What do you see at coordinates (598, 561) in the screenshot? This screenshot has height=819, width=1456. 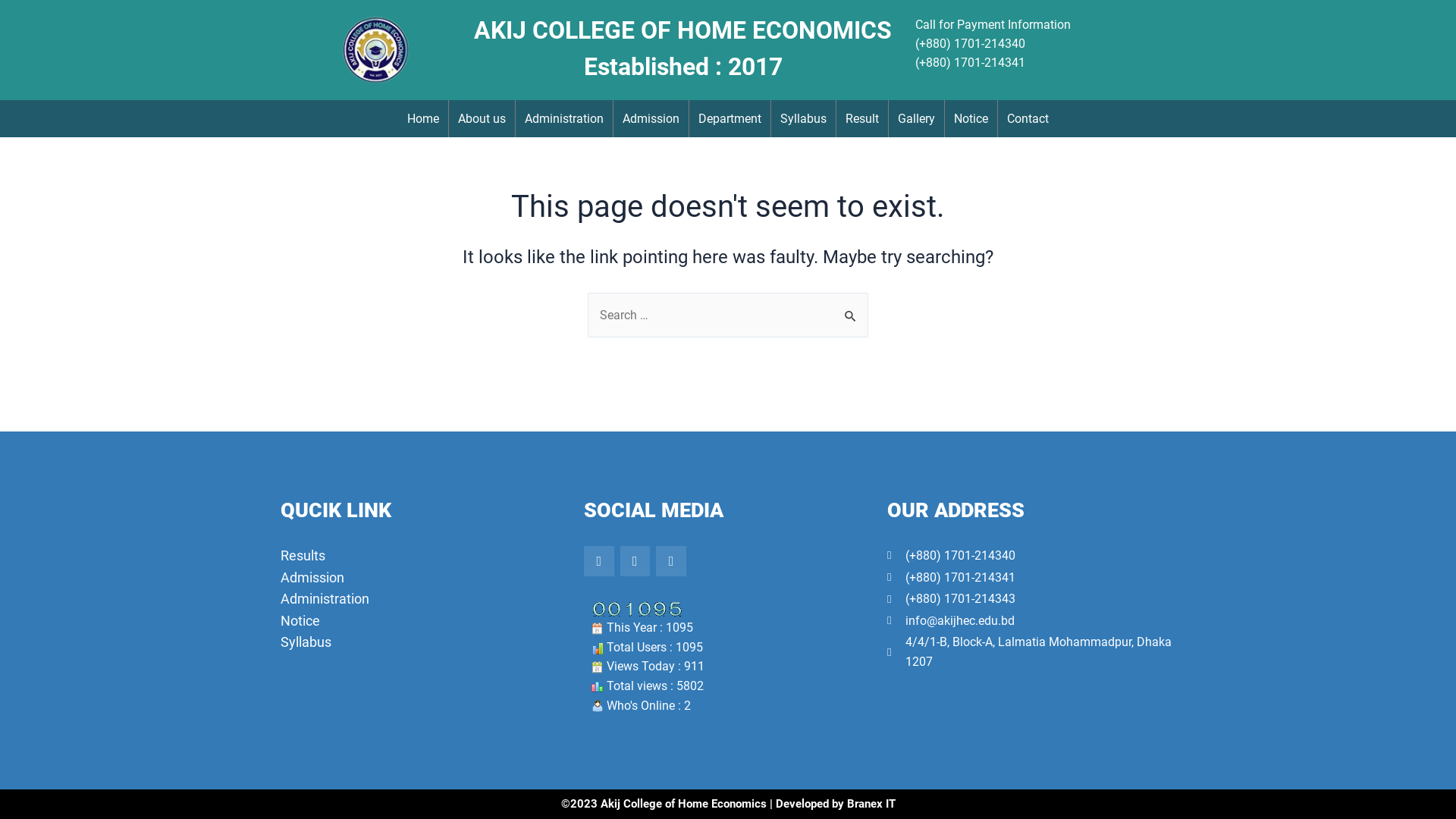 I see `'Facebook-f'` at bounding box center [598, 561].